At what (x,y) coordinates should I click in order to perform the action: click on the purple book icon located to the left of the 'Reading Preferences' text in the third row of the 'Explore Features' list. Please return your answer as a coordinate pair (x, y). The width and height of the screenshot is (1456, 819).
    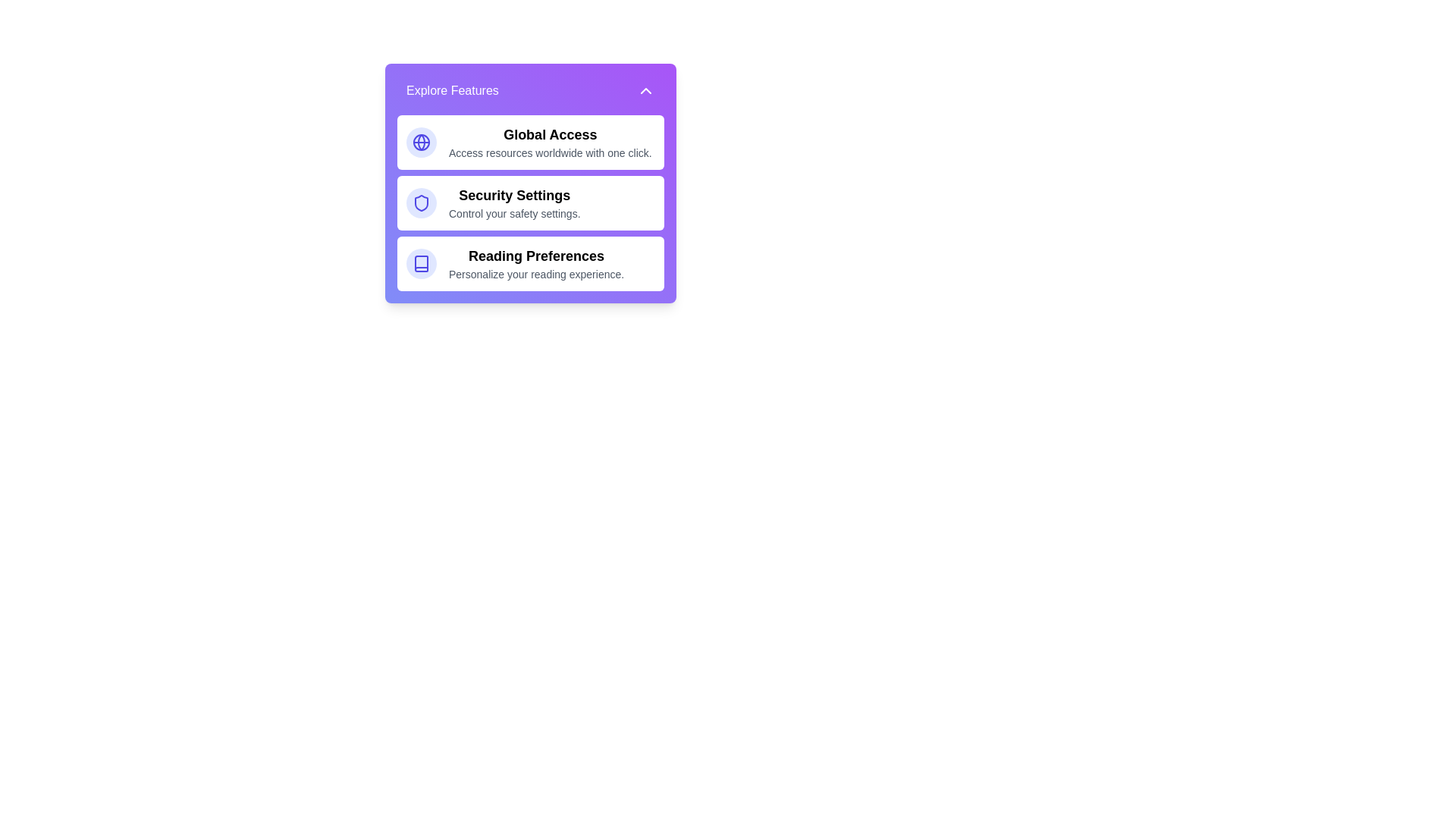
    Looking at the image, I should click on (422, 262).